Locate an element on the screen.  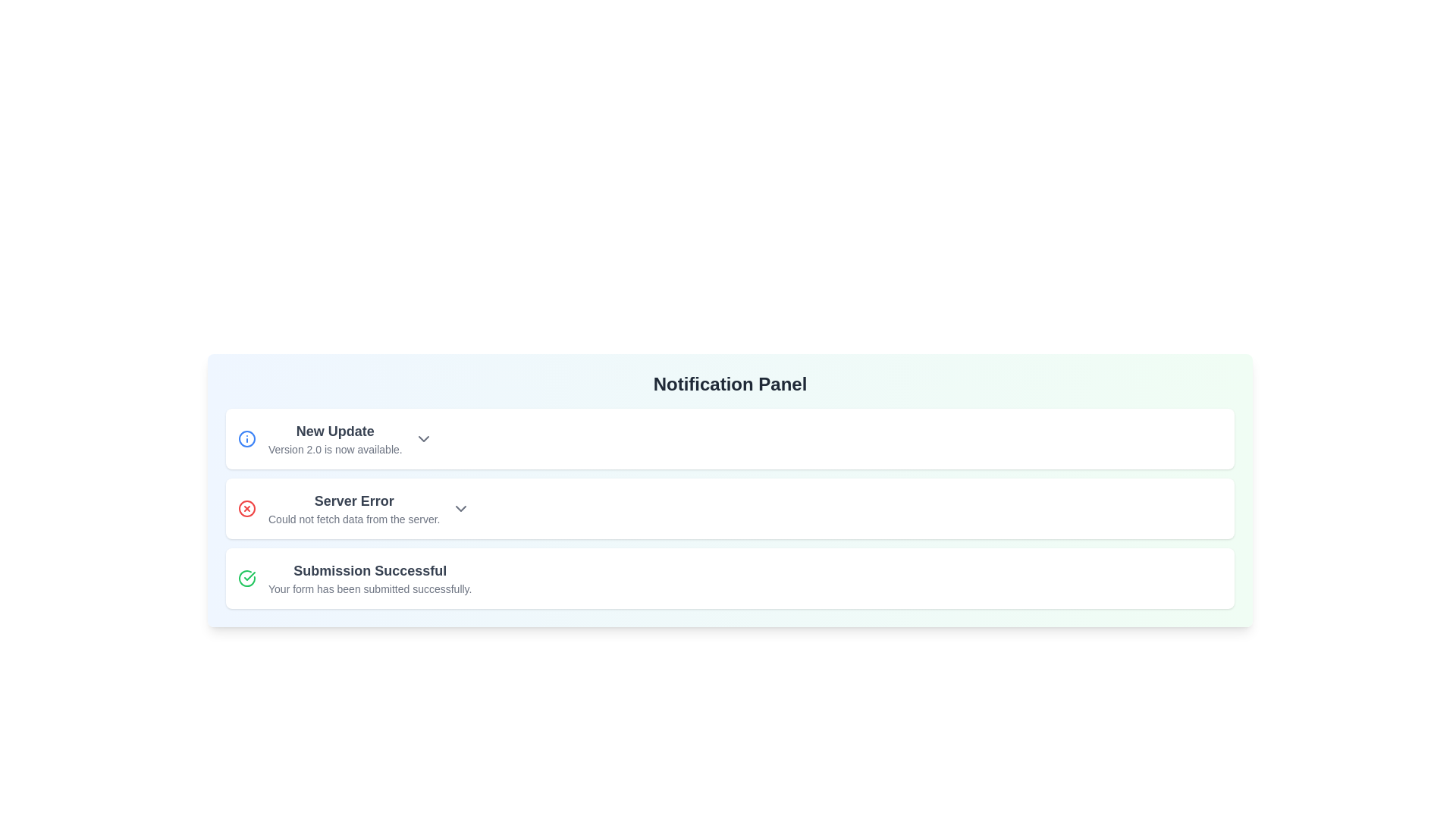
the Dropdown indicator icon located at the far-right end of the 'New Update' notification entry is located at coordinates (423, 438).